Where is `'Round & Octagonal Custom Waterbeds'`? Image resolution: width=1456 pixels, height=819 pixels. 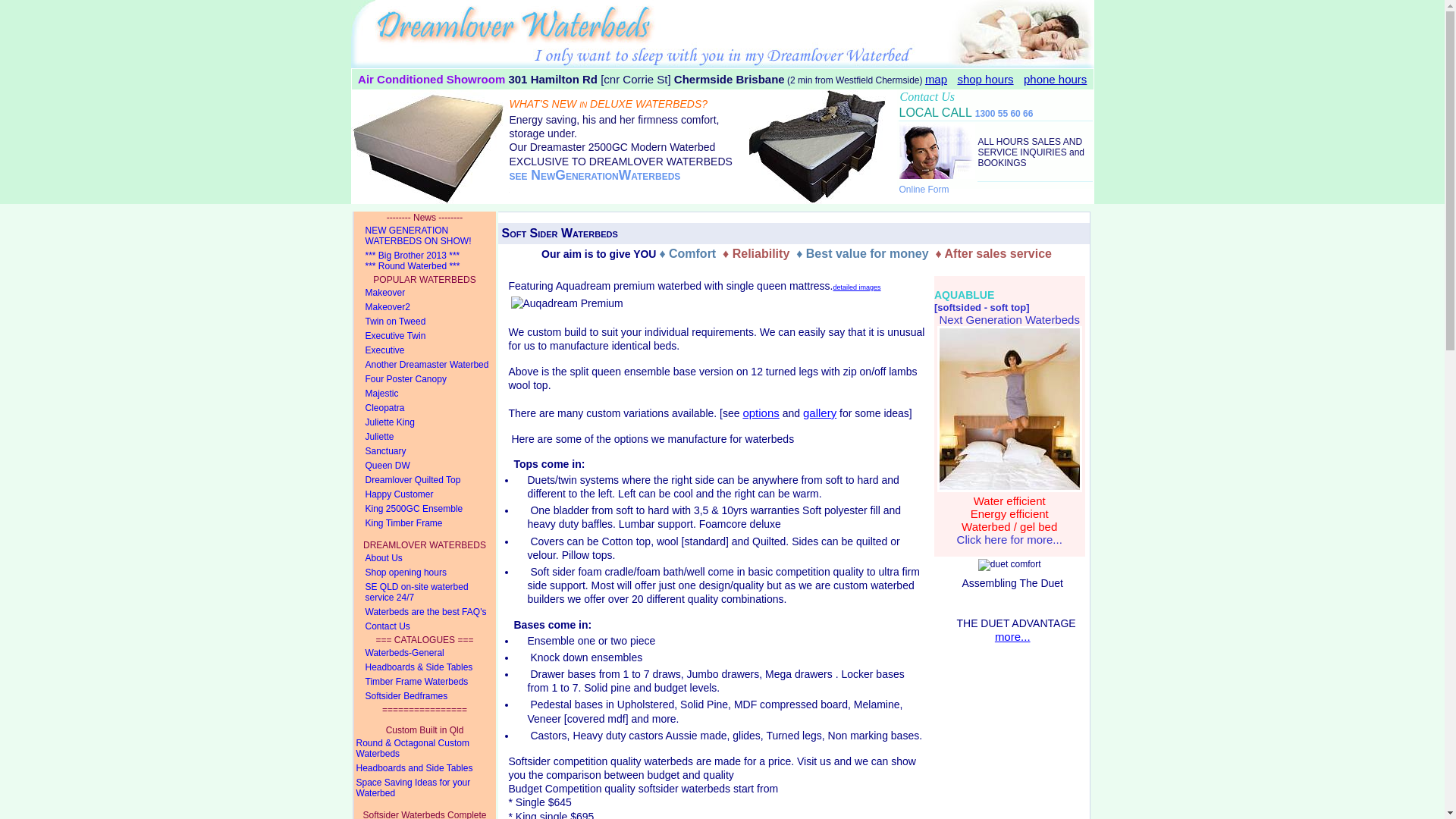 'Round & Octagonal Custom Waterbeds' is located at coordinates (424, 748).